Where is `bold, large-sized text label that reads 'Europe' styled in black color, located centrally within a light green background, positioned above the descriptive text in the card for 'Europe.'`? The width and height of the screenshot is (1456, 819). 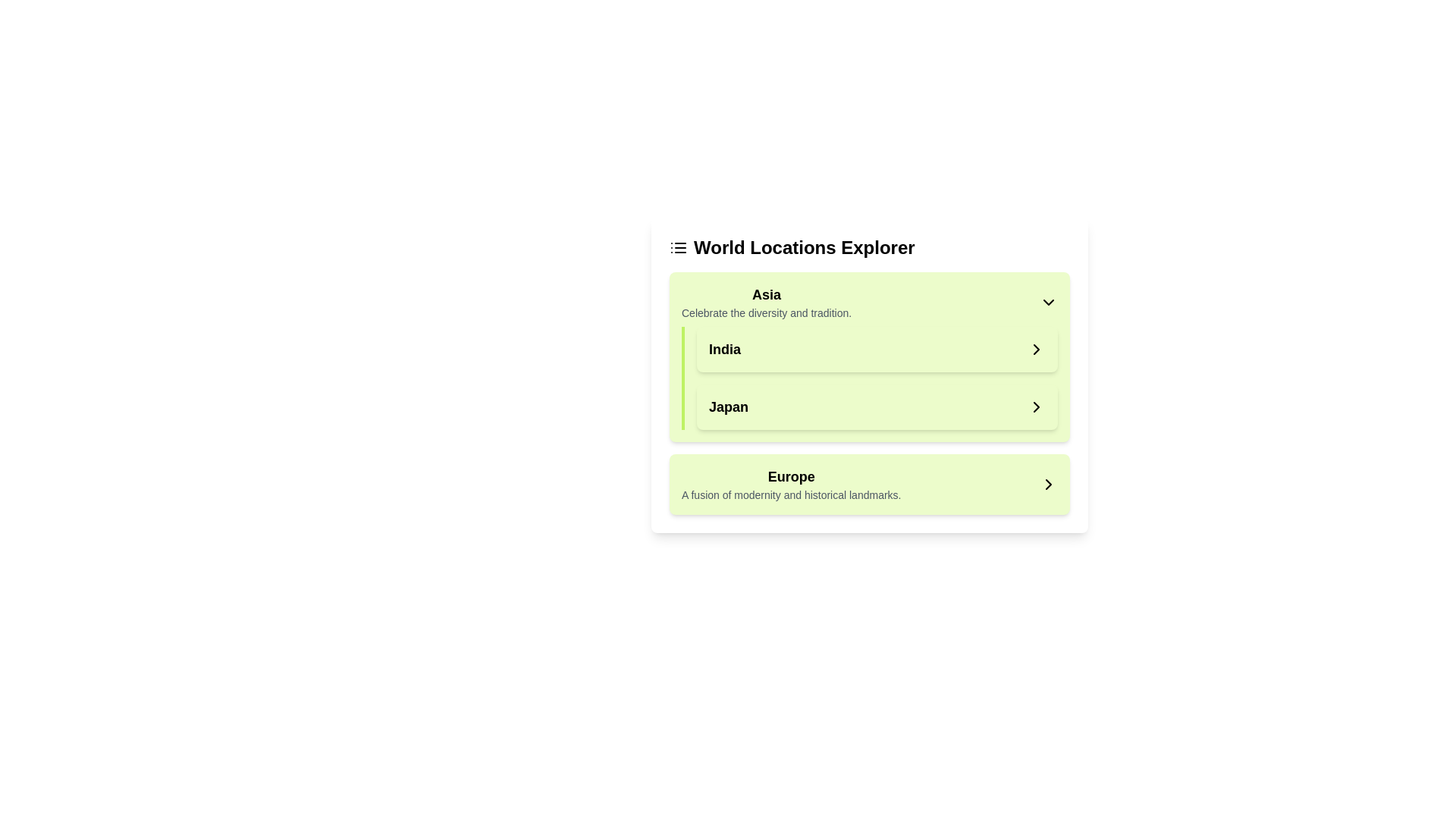 bold, large-sized text label that reads 'Europe' styled in black color, located centrally within a light green background, positioned above the descriptive text in the card for 'Europe.' is located at coordinates (790, 475).